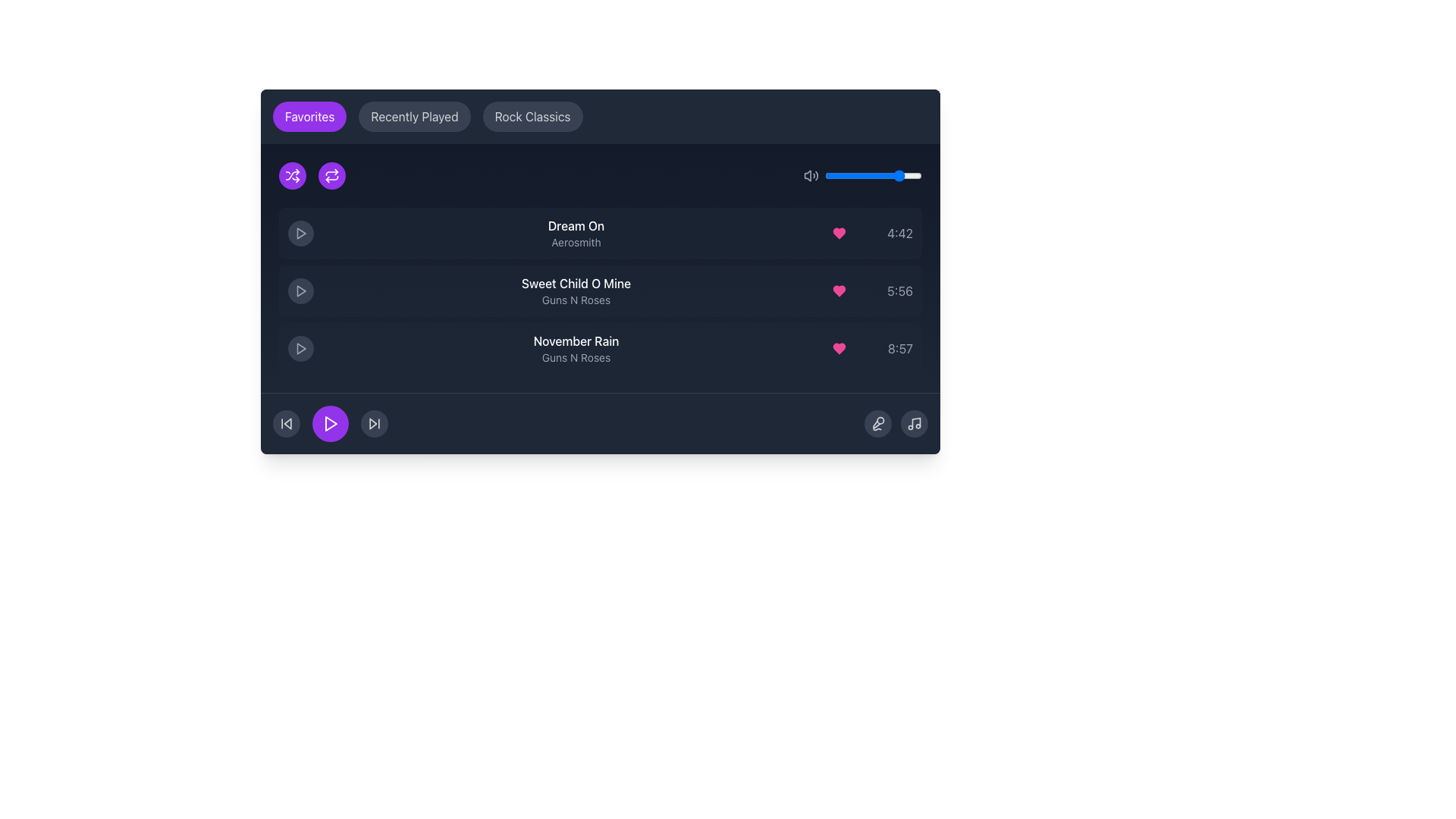  I want to click on the circular microphone button with a gray background, so click(877, 424).